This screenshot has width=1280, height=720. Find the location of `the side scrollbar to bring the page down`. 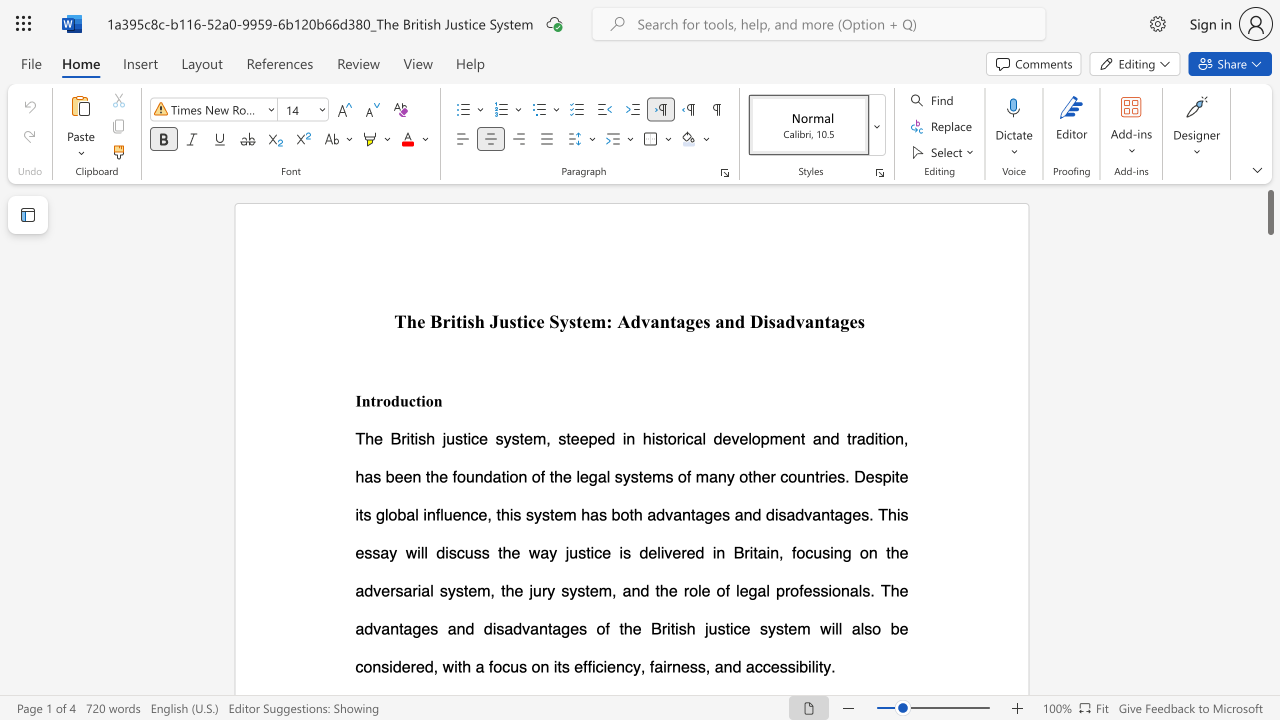

the side scrollbar to bring the page down is located at coordinates (1269, 418).